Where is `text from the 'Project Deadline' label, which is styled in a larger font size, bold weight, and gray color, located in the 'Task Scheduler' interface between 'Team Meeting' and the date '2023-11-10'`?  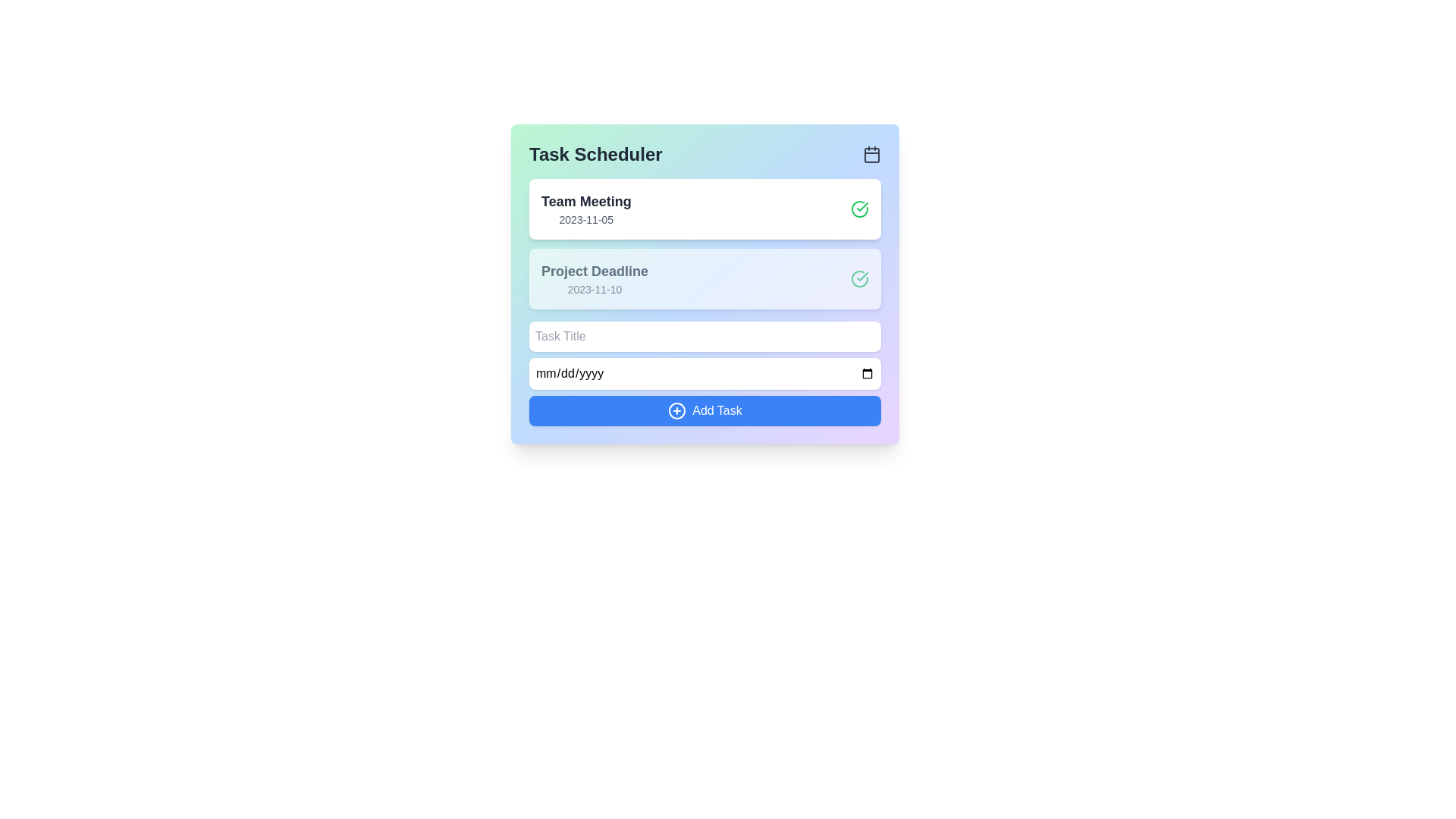 text from the 'Project Deadline' label, which is styled in a larger font size, bold weight, and gray color, located in the 'Task Scheduler' interface between 'Team Meeting' and the date '2023-11-10' is located at coordinates (594, 271).